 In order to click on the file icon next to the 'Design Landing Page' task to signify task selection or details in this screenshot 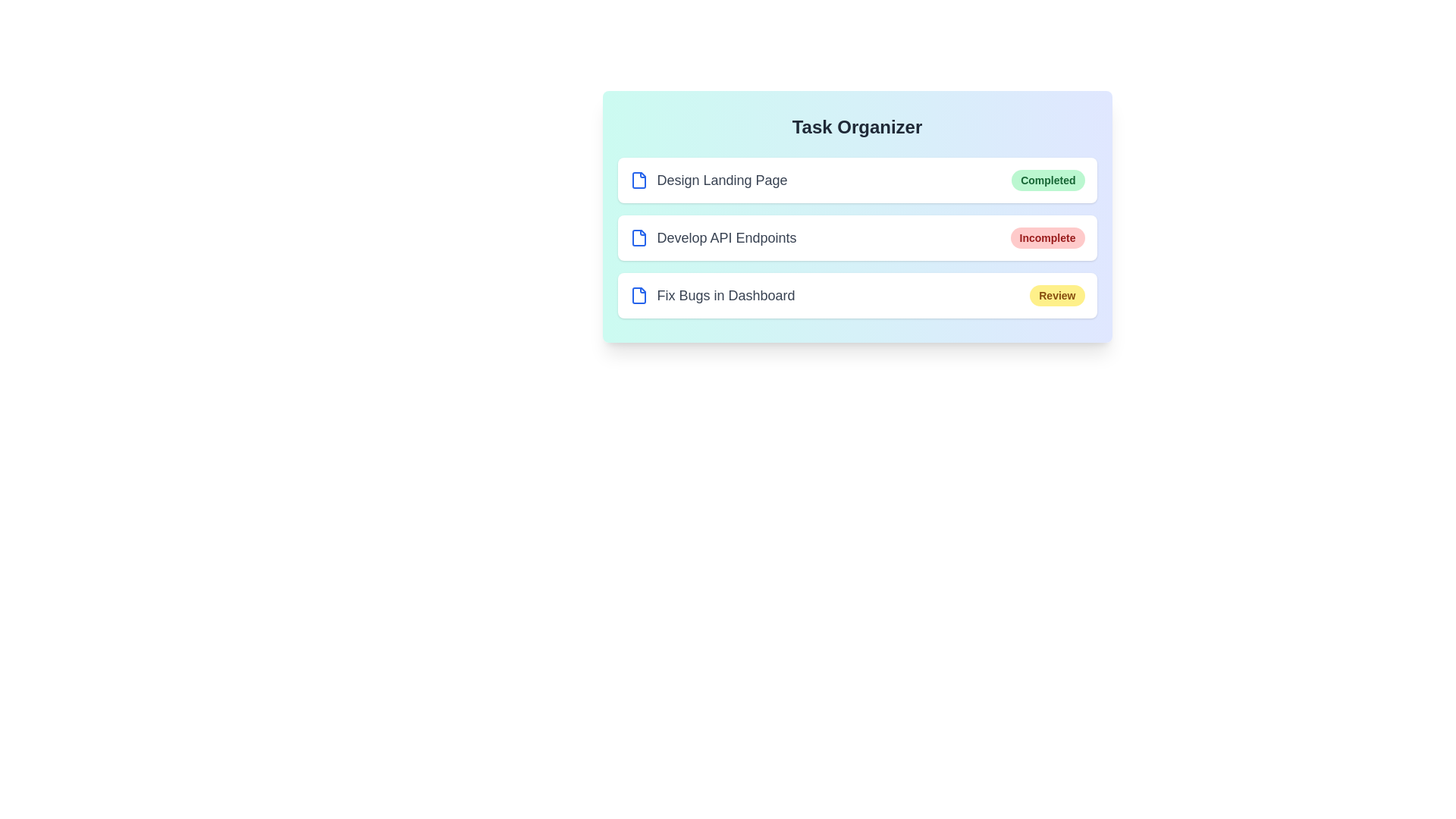, I will do `click(639, 180)`.